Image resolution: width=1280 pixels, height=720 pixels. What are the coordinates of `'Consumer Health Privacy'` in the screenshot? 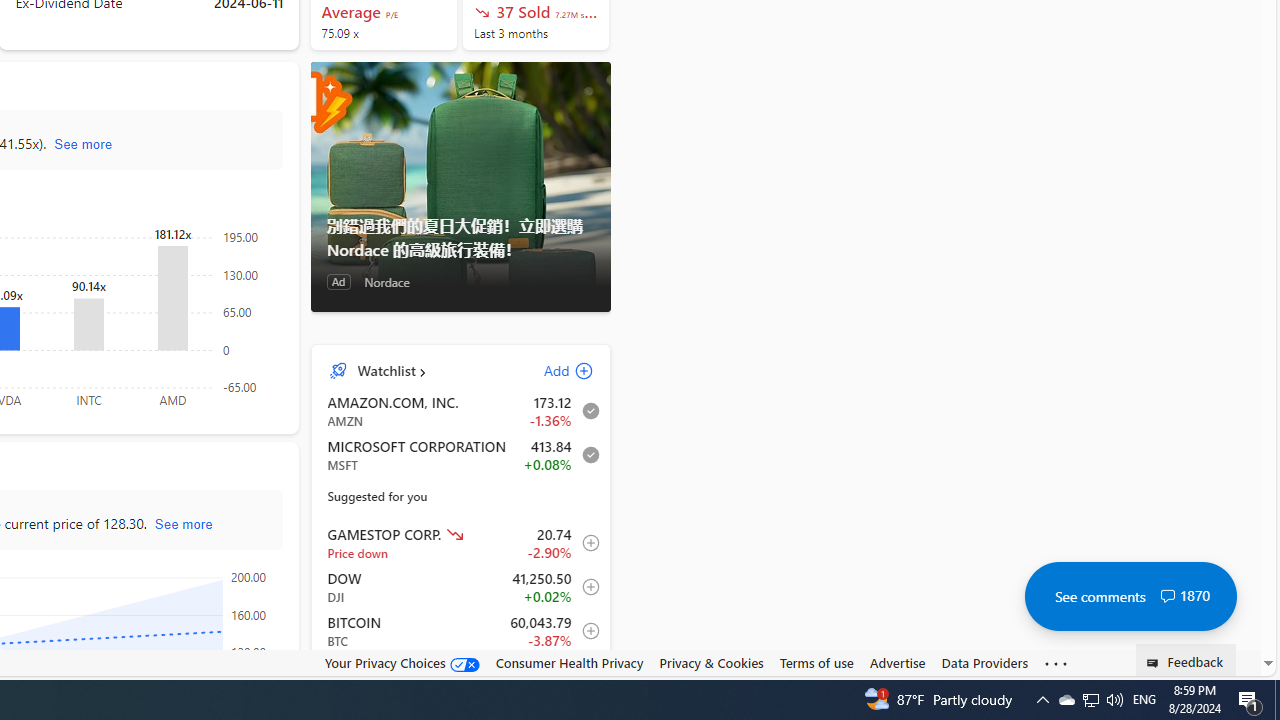 It's located at (568, 663).